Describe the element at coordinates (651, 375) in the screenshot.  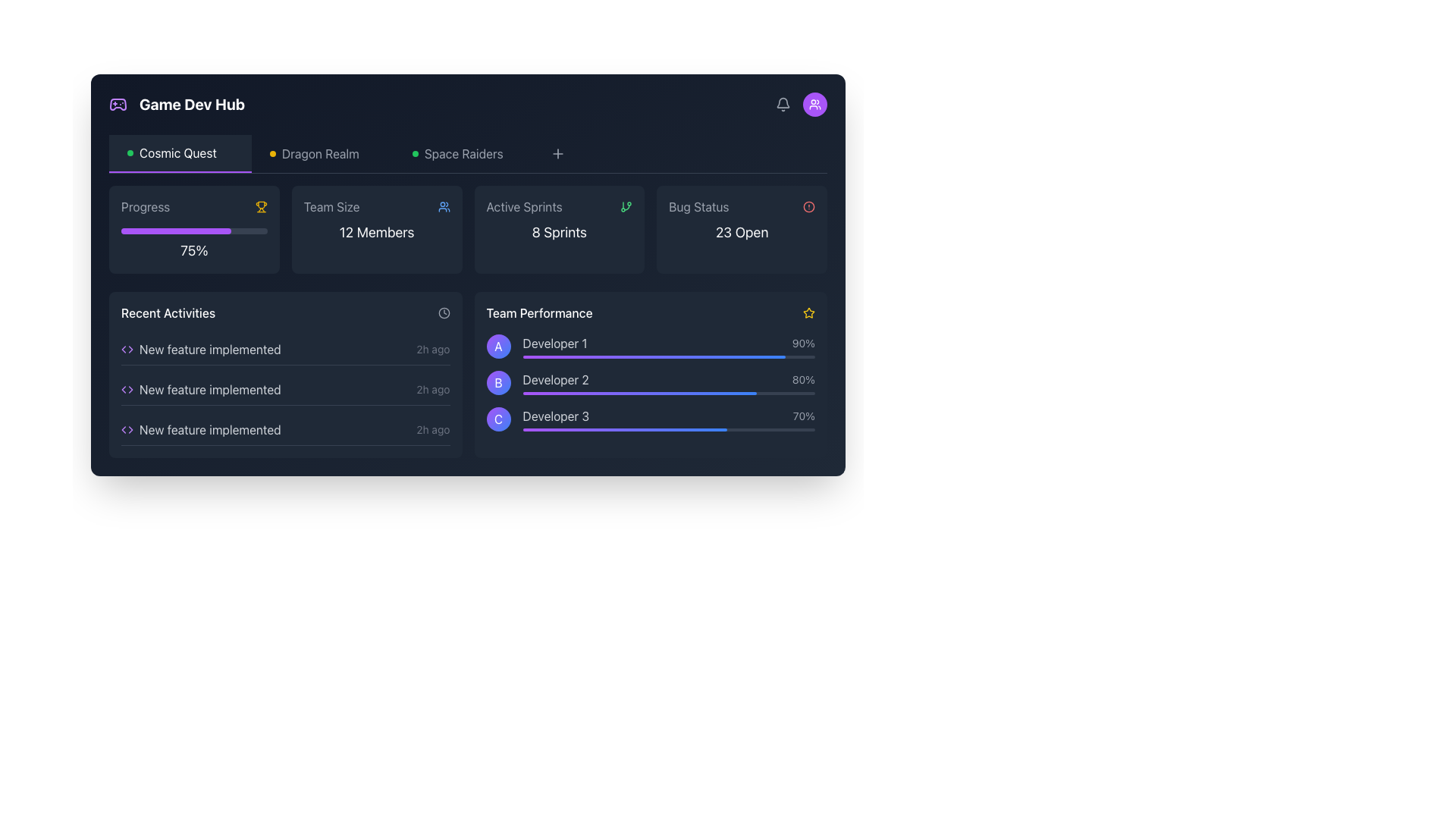
I see `performance data displayed in the 'Team Performance' section, which includes subsections A, B, and C, with job titles and percentages` at that location.